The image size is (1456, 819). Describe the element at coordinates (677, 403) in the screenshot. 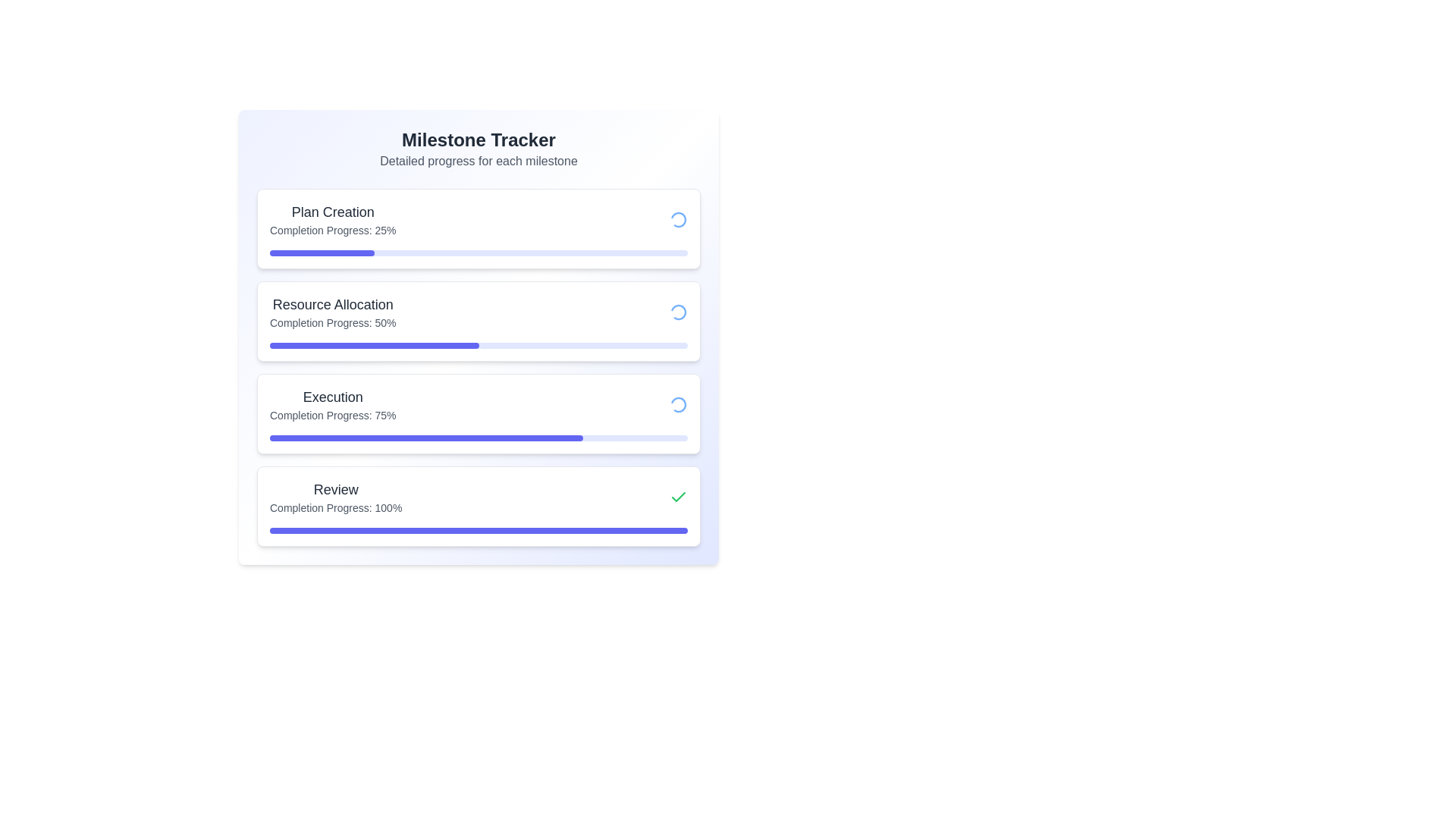

I see `the Loading Spinner located at the far-right side of the 'Execution' milestone progress bar to observe additional animations or details` at that location.